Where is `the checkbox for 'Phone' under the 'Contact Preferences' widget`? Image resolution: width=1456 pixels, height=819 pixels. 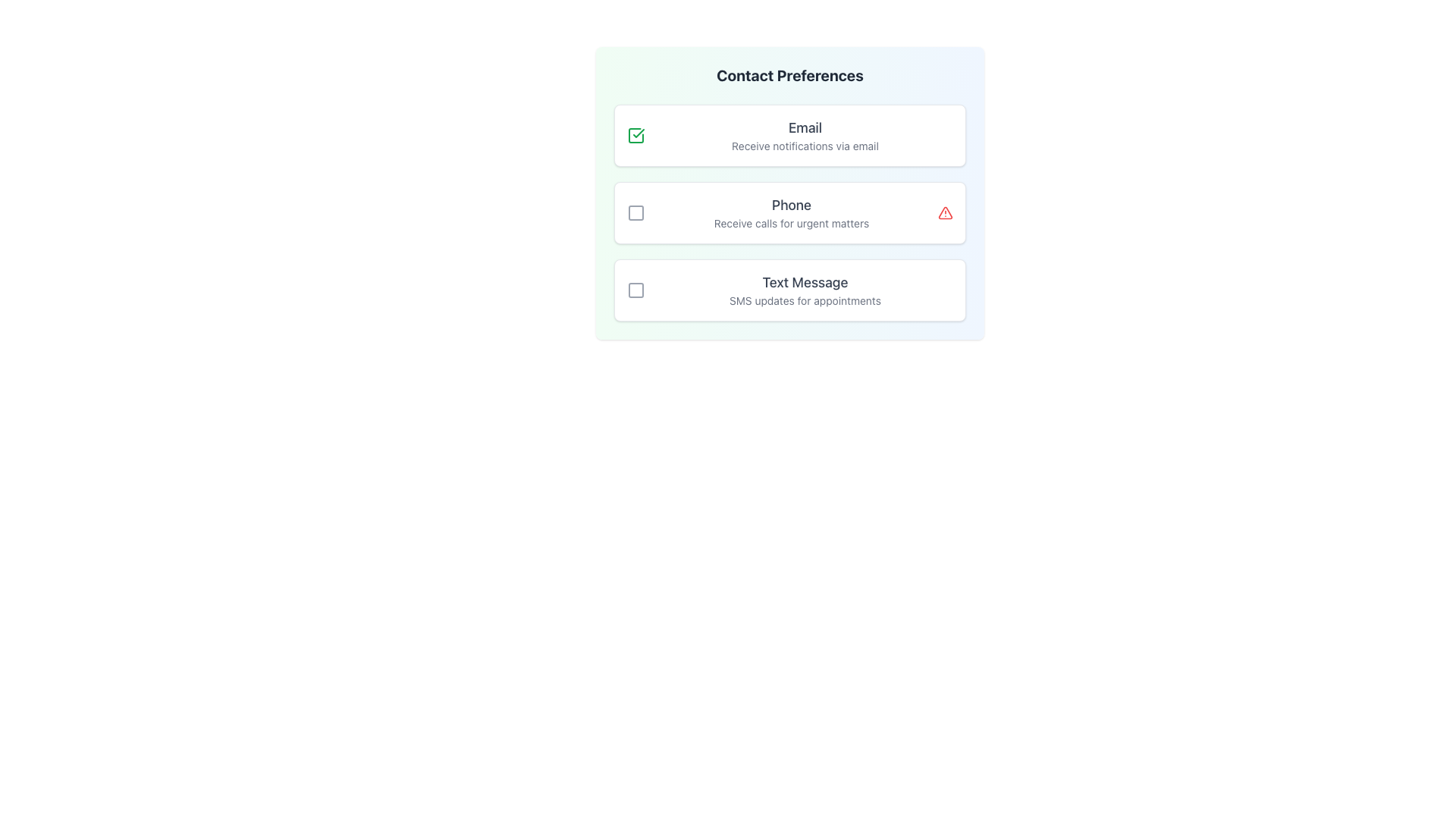 the checkbox for 'Phone' under the 'Contact Preferences' widget is located at coordinates (789, 192).